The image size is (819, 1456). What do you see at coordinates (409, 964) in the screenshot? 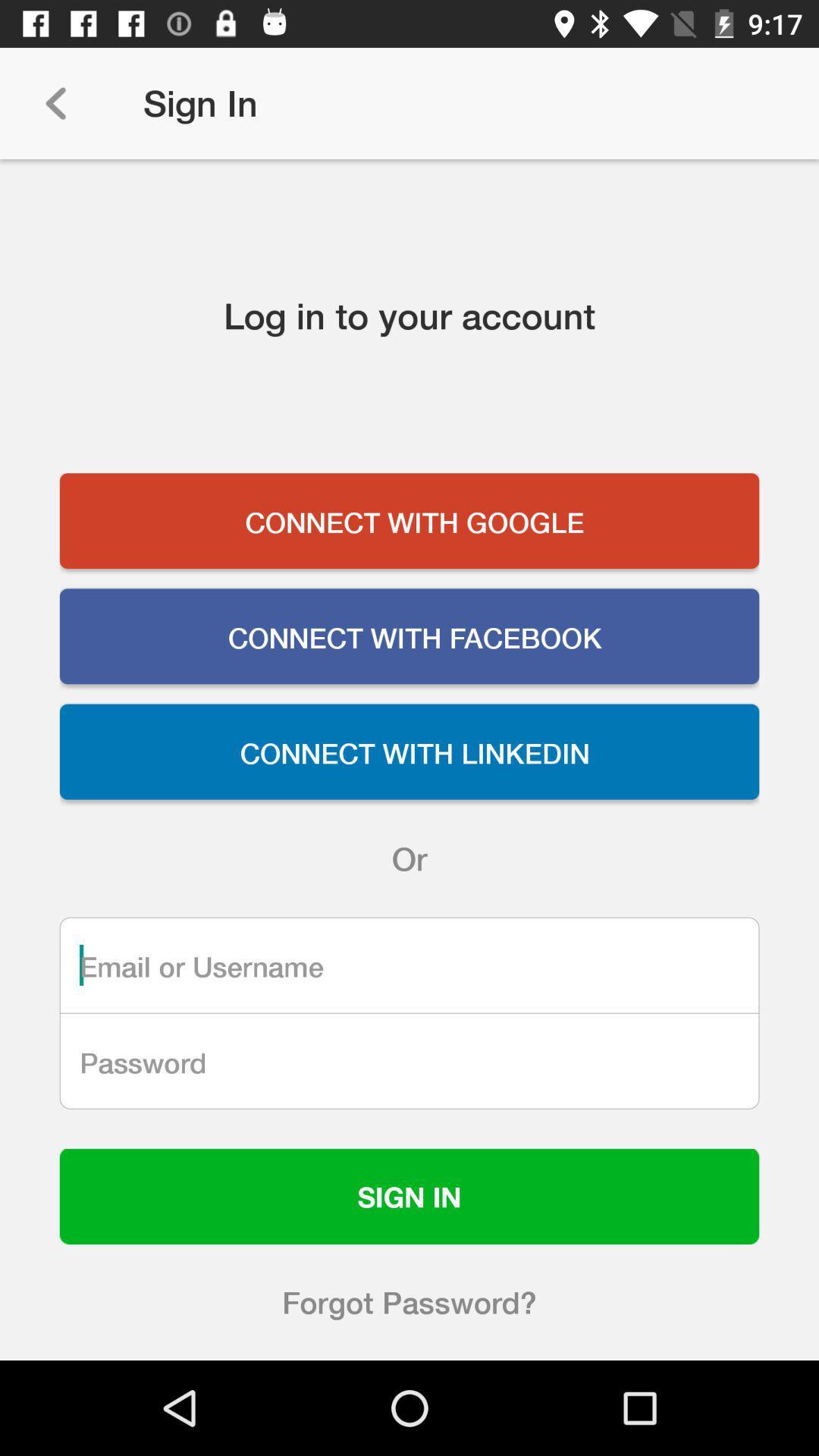
I see `username` at bounding box center [409, 964].